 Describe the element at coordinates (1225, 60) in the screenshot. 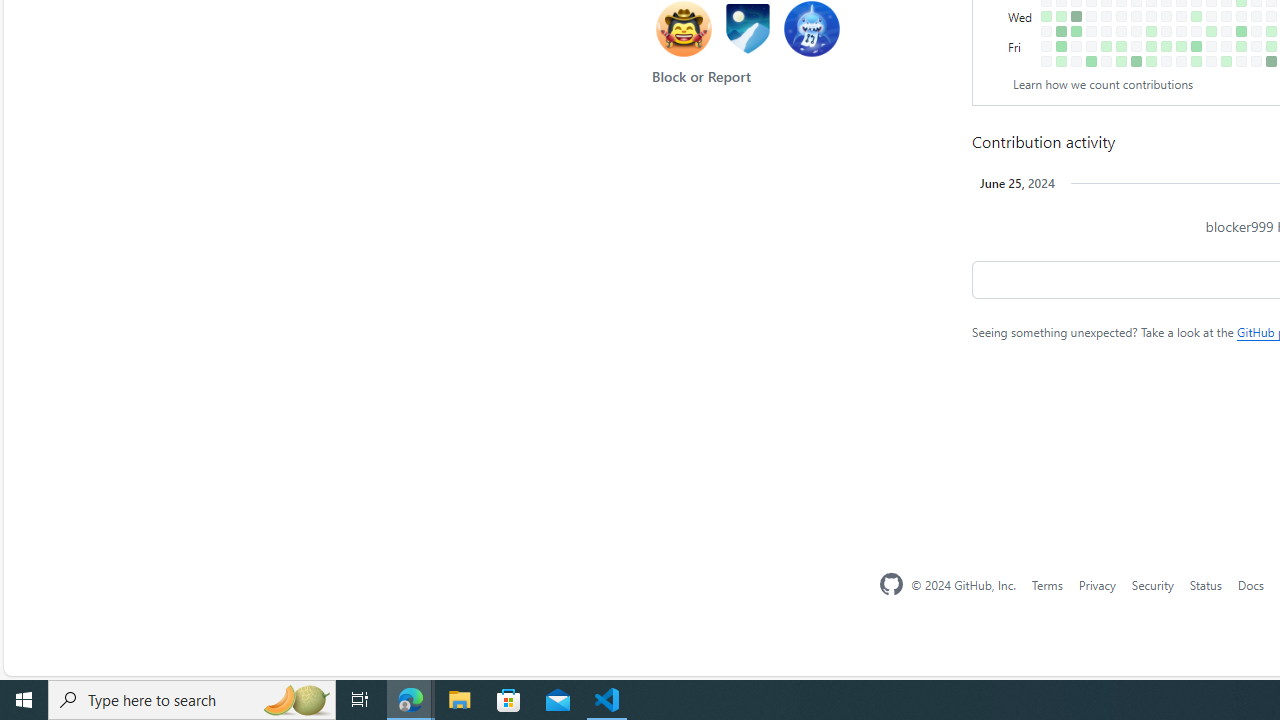

I see `'3 contributions on March 30th.'` at that location.